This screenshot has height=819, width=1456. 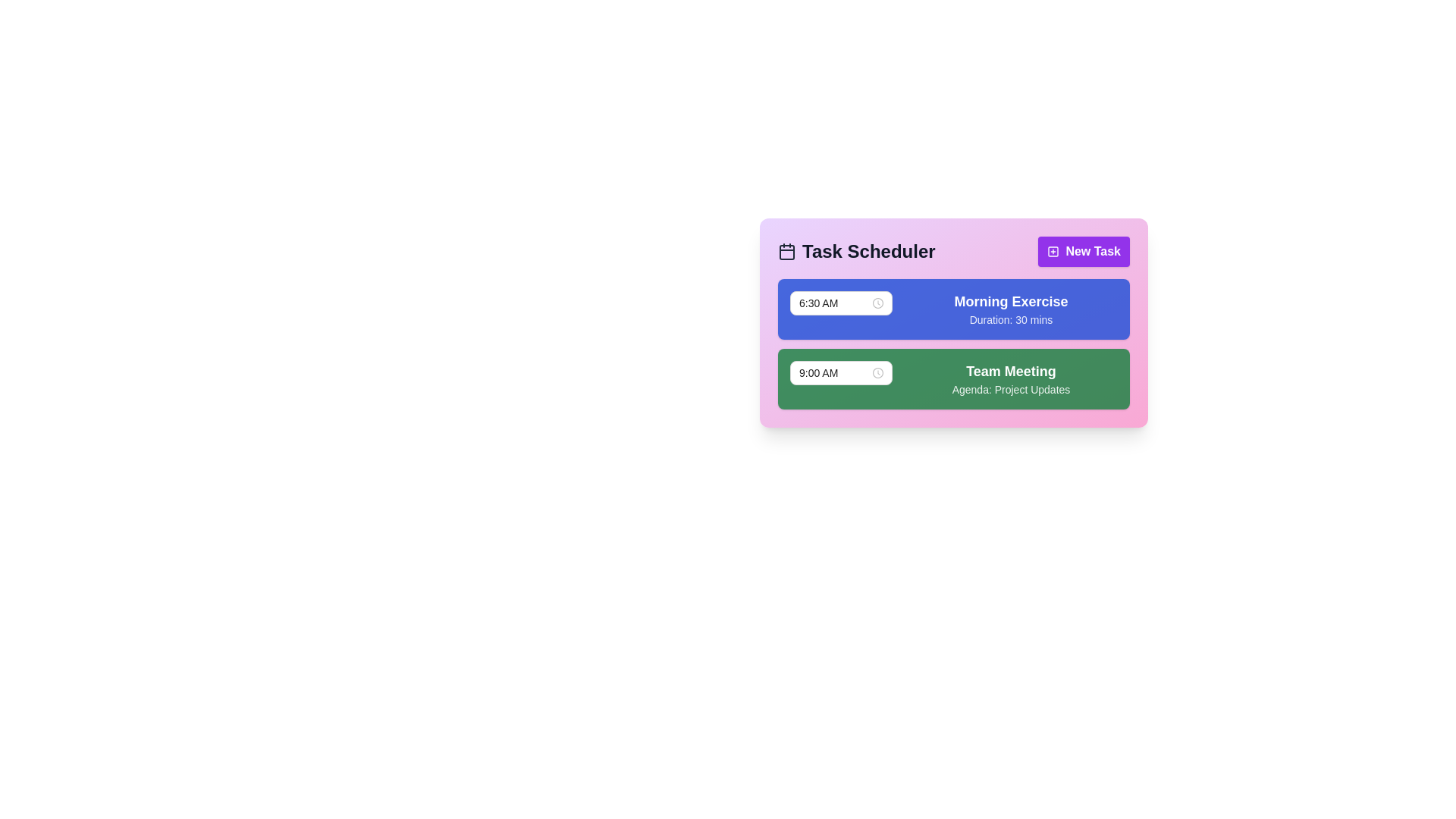 What do you see at coordinates (1053, 250) in the screenshot?
I see `the graphical icon that complements the 'New Task' button, which visually indicates the action to create a new task` at bounding box center [1053, 250].